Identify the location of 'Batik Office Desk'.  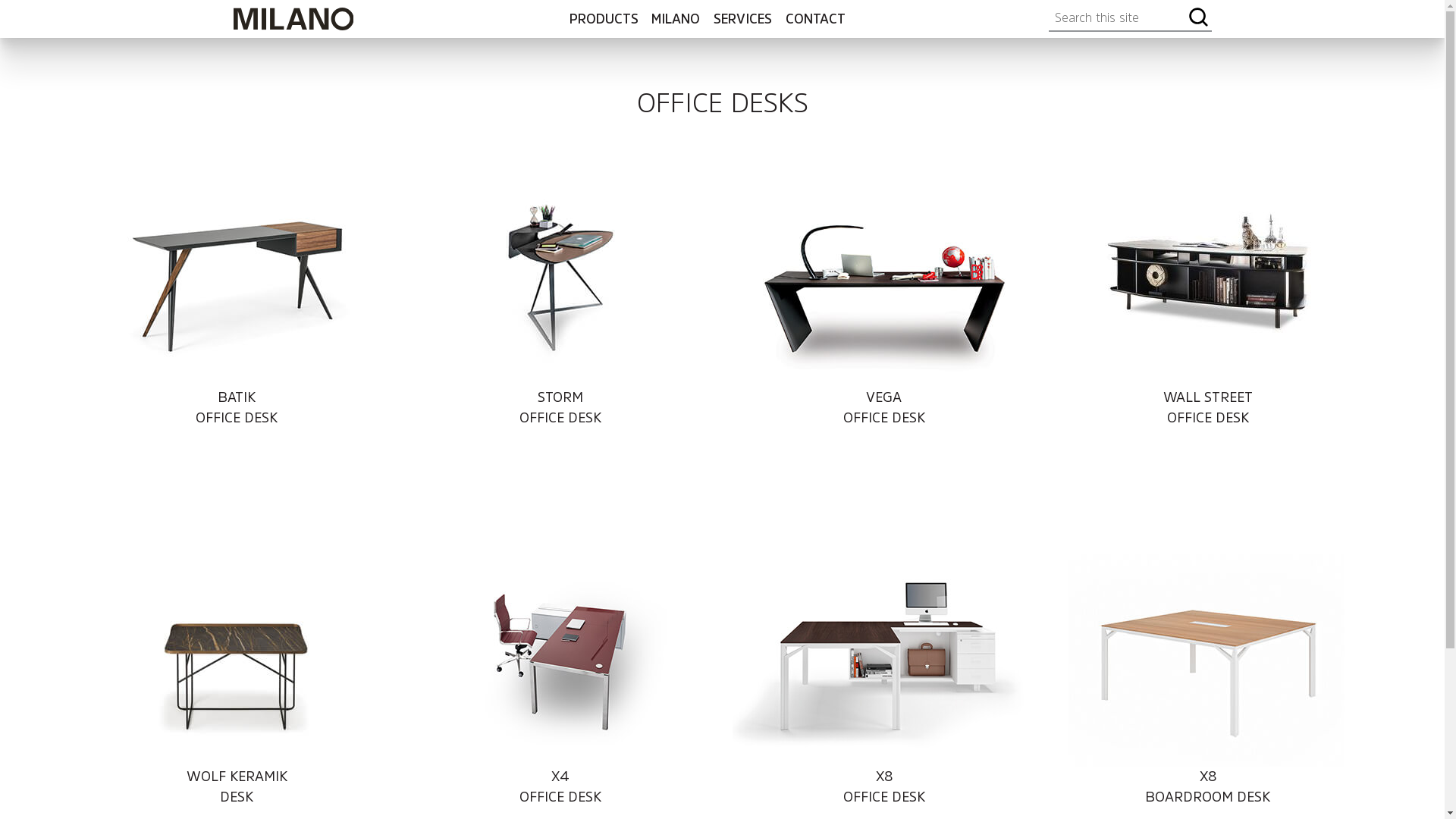
(236, 281).